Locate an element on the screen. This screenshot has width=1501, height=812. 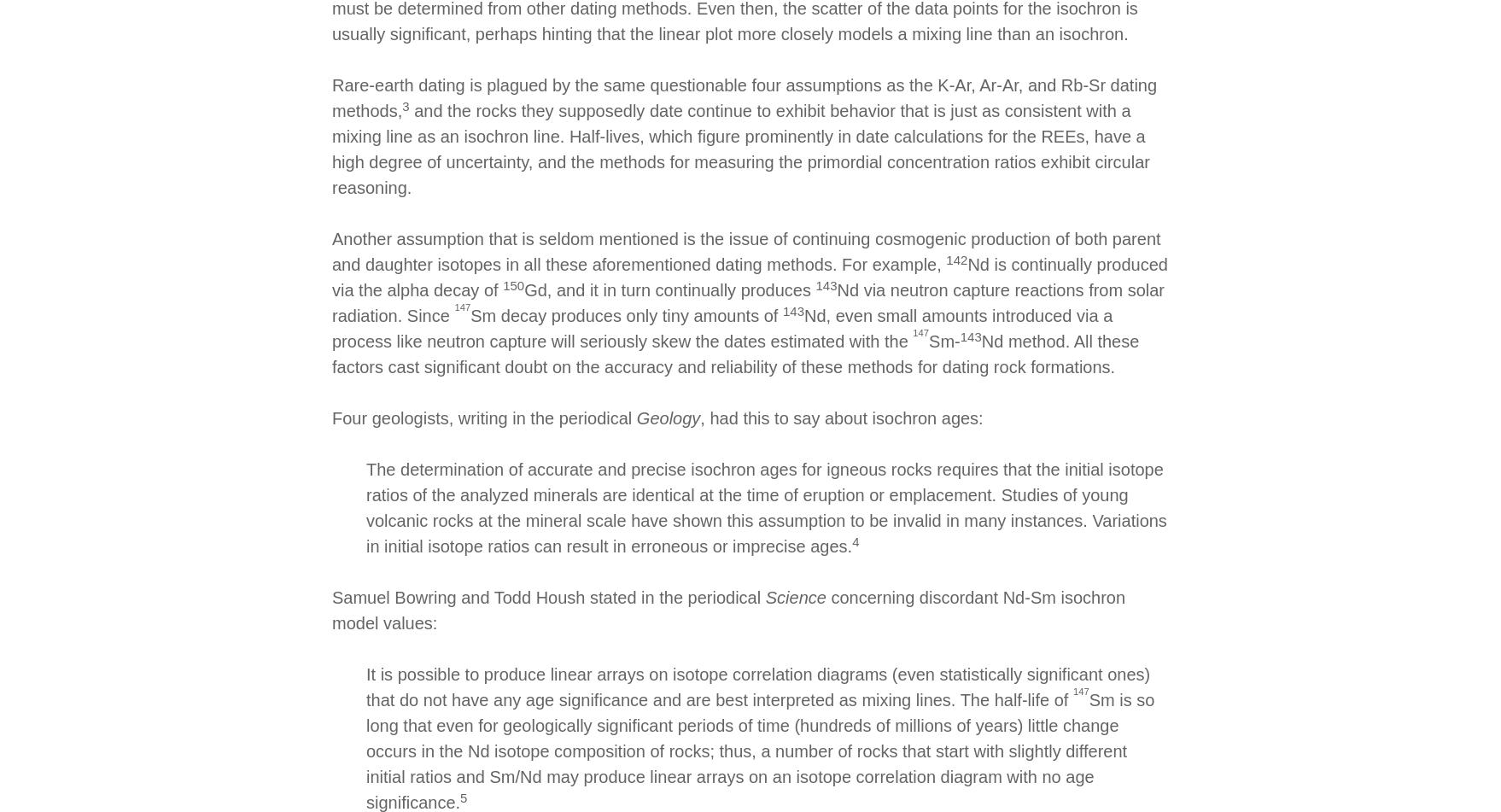
'Sm decay produces only tiny amounts of' is located at coordinates (625, 316).